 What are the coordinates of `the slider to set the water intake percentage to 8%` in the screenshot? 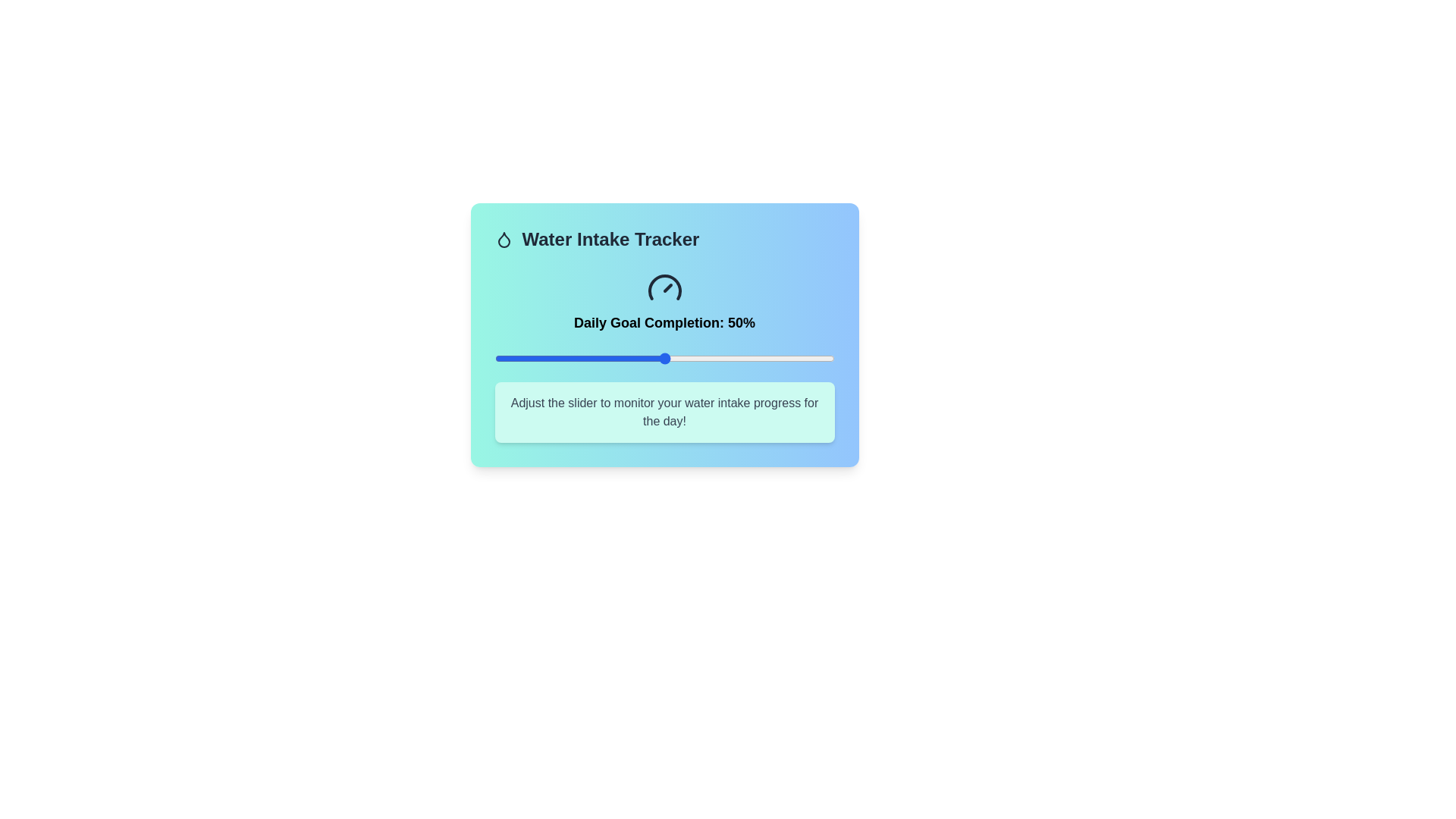 It's located at (522, 359).